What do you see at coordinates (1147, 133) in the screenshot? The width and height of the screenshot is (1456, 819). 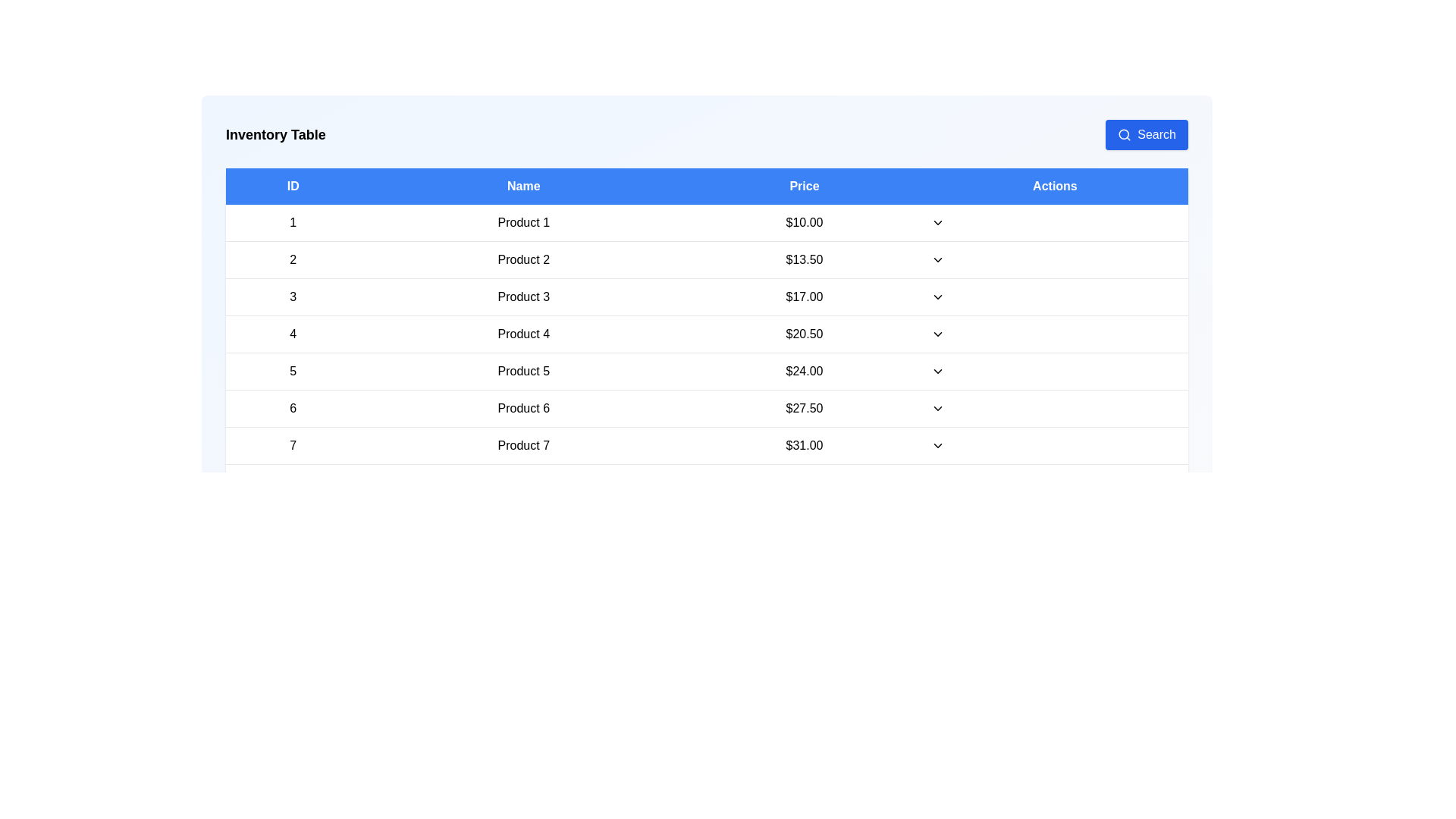 I see `the search button to initiate the search functionality` at bounding box center [1147, 133].